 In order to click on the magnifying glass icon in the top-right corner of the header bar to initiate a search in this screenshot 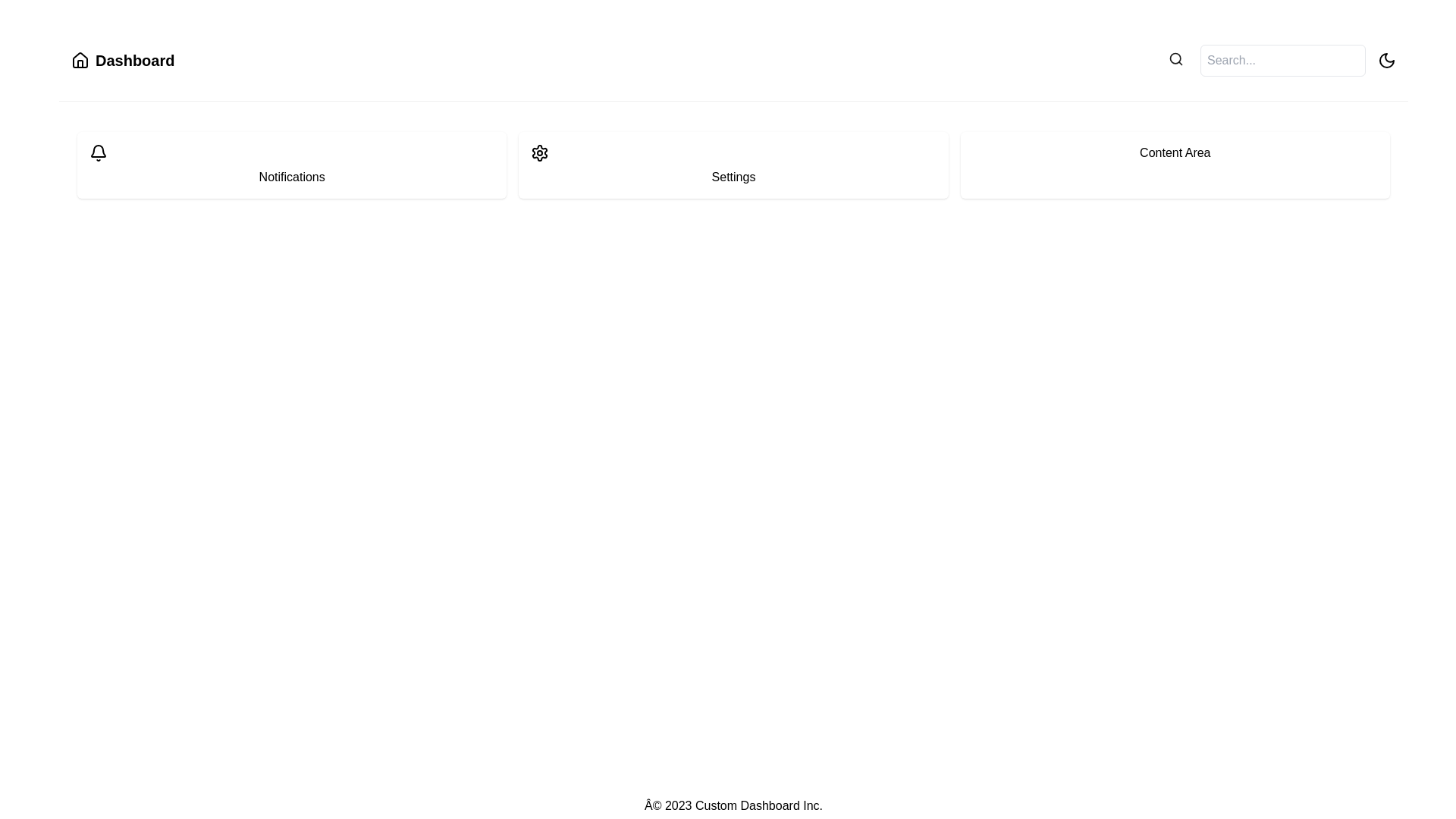, I will do `click(1175, 60)`.